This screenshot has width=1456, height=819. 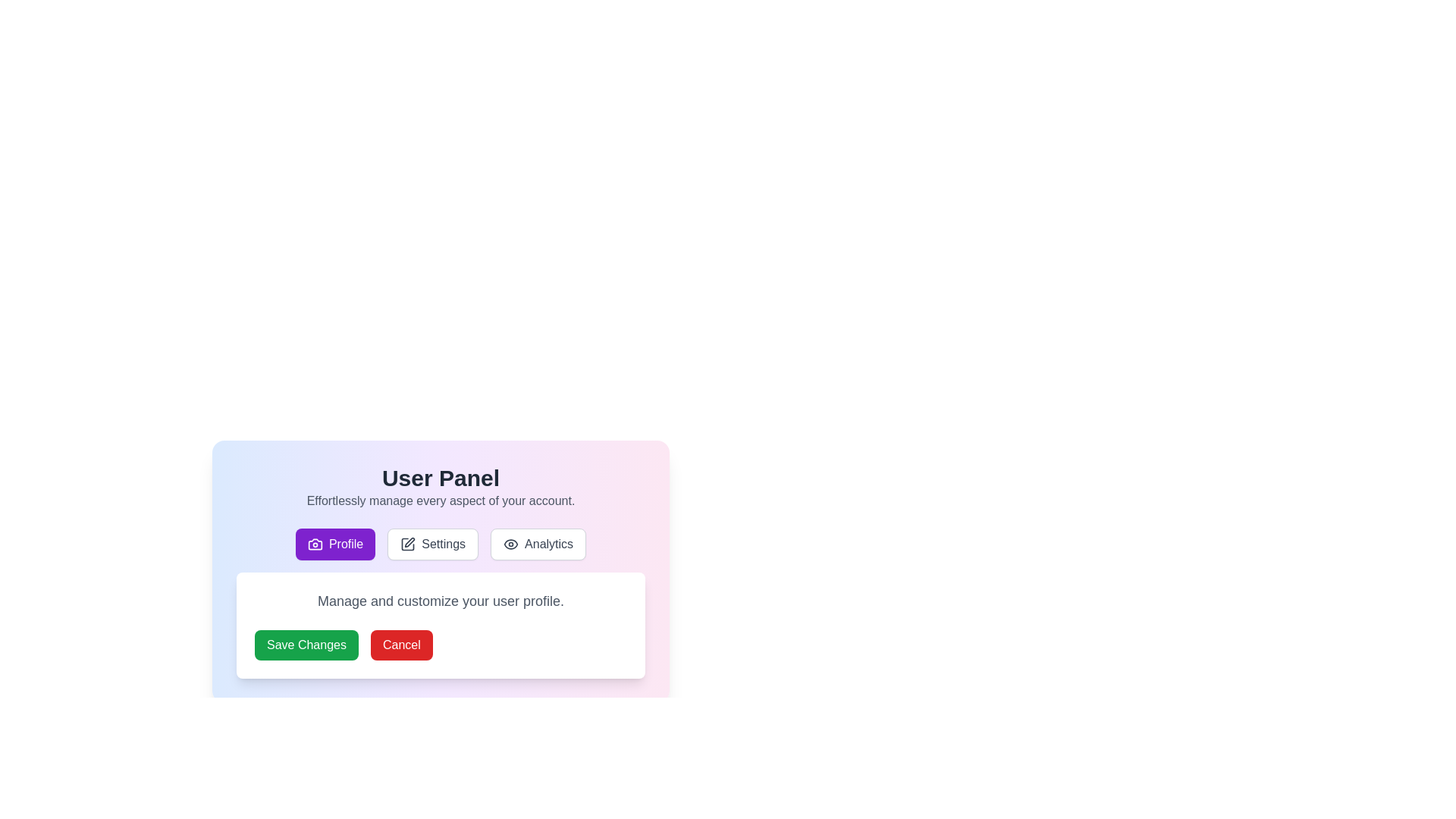 I want to click on the Analytics tab, so click(x=538, y=543).